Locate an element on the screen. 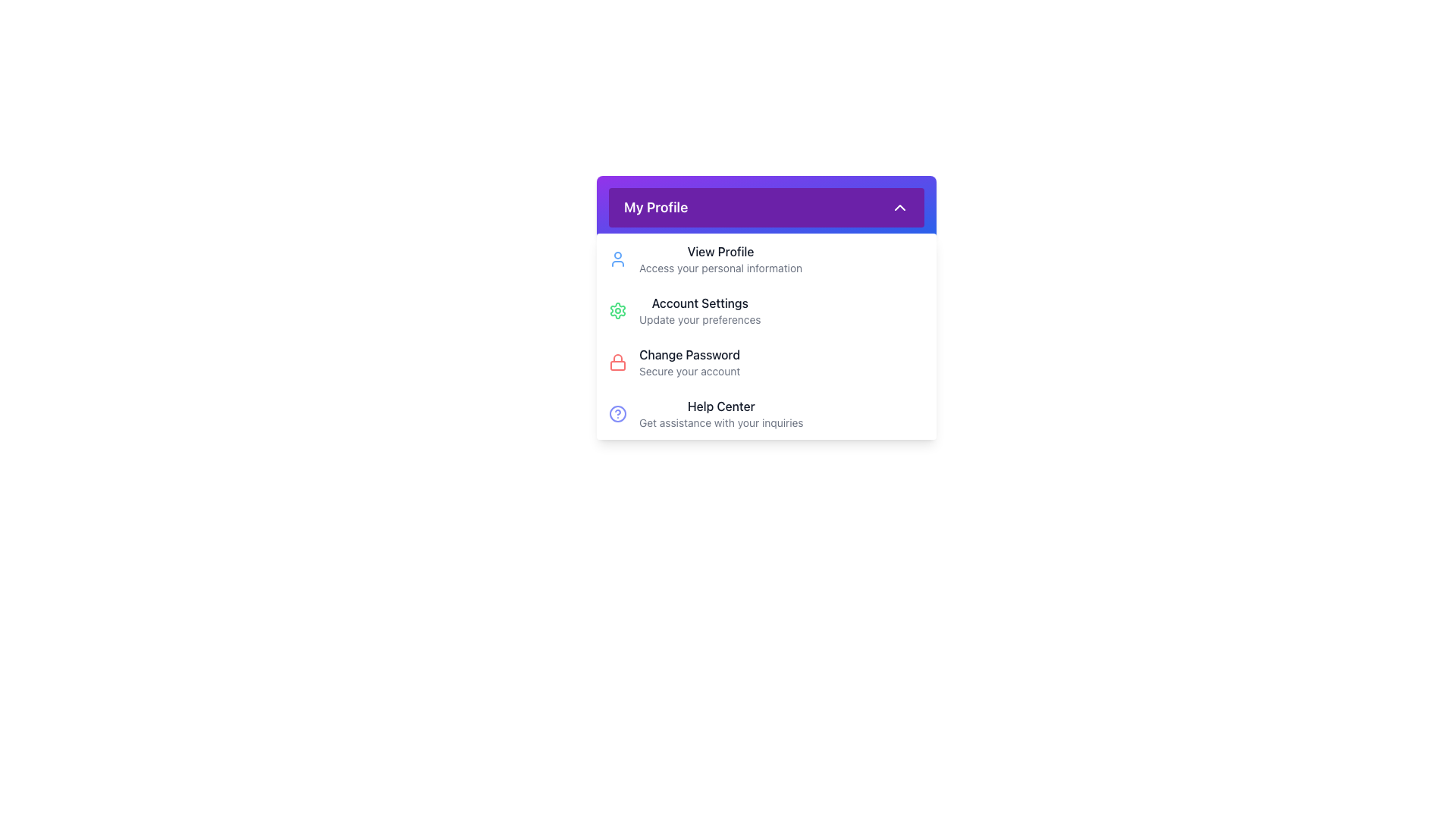 The height and width of the screenshot is (819, 1456). the 'Change Password' list item, which features a red lock icon and two lines of text is located at coordinates (767, 362).